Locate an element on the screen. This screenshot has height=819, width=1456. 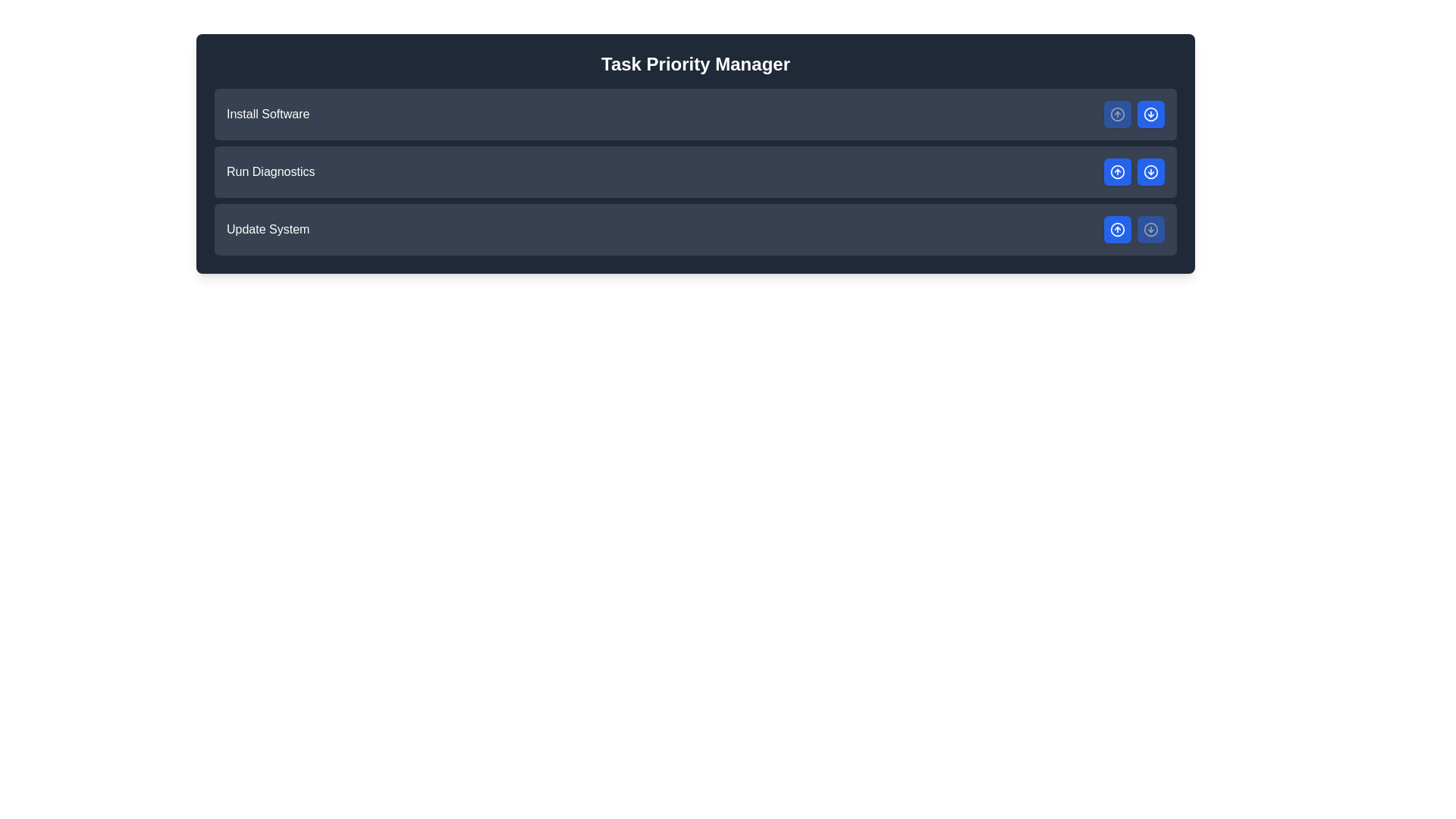
the leftmost graphical button with an icon located is located at coordinates (1117, 230).